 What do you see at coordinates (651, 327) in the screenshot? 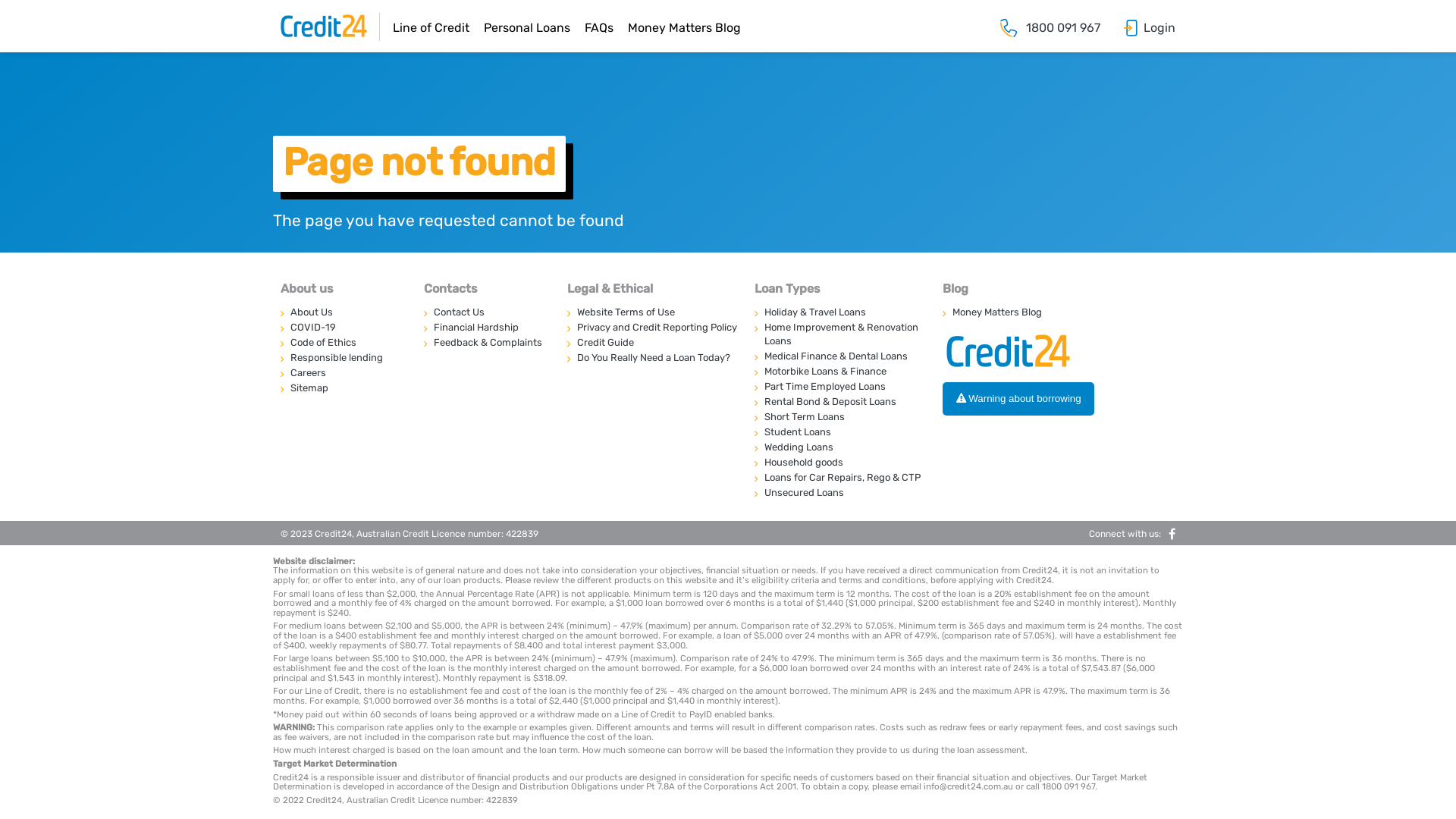
I see `'Privacy and Credit Reporting Policy'` at bounding box center [651, 327].